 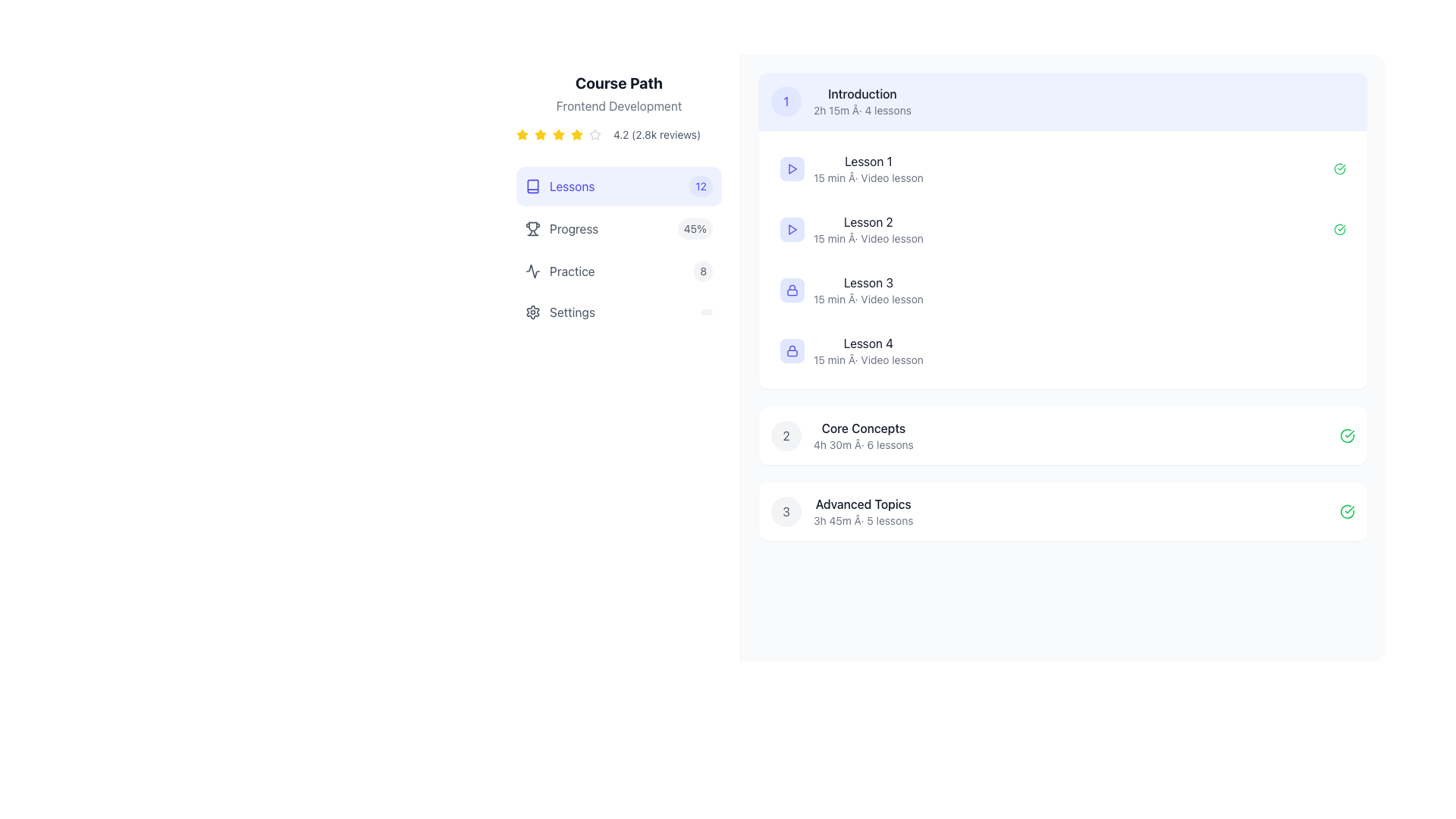 I want to click on the circular green checkmark icon indicating a completed or verified status, located to the far right of the 'Core Concepts' item in the main content section, so click(x=1347, y=435).